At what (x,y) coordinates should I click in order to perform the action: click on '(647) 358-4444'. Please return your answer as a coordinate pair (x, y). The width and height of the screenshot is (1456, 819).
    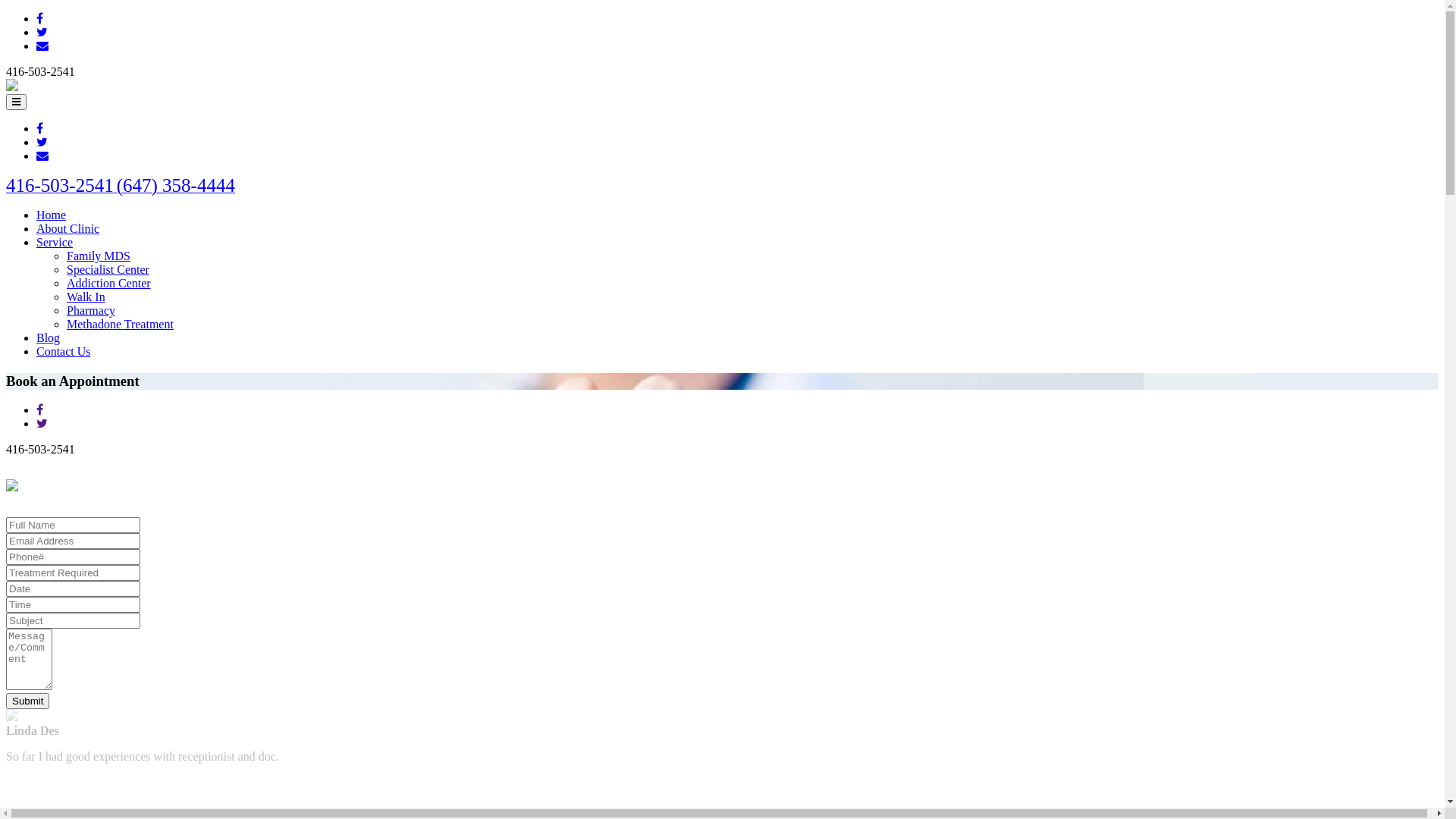
    Looking at the image, I should click on (115, 187).